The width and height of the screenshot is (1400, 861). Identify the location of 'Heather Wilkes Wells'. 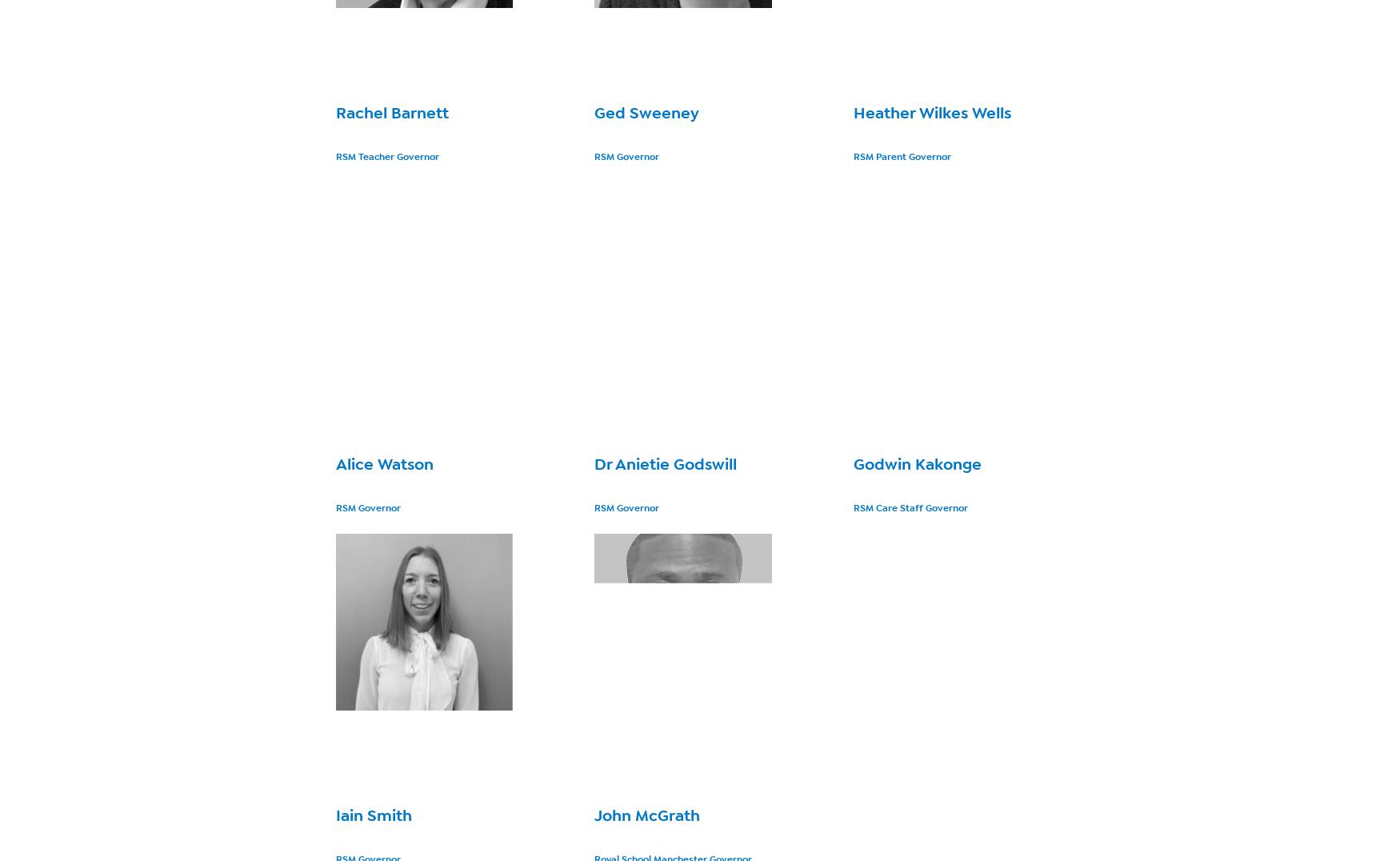
(930, 113).